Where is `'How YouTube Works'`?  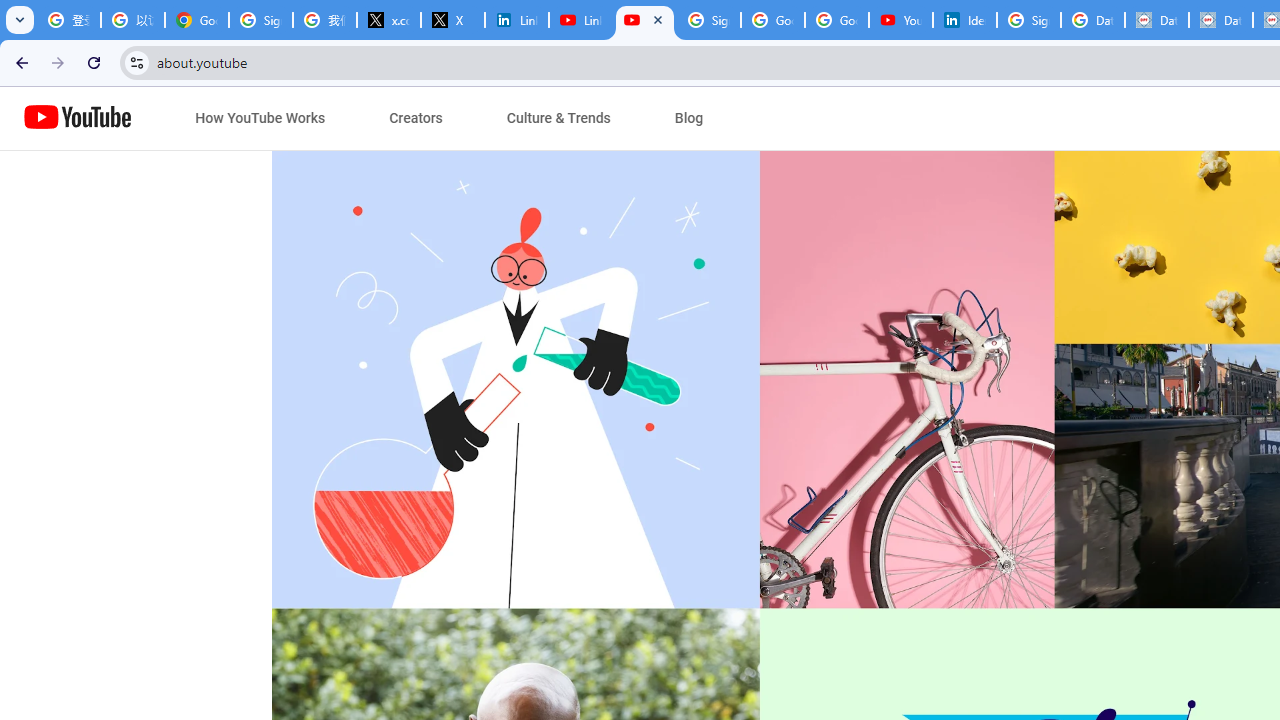
'How YouTube Works' is located at coordinates (259, 118).